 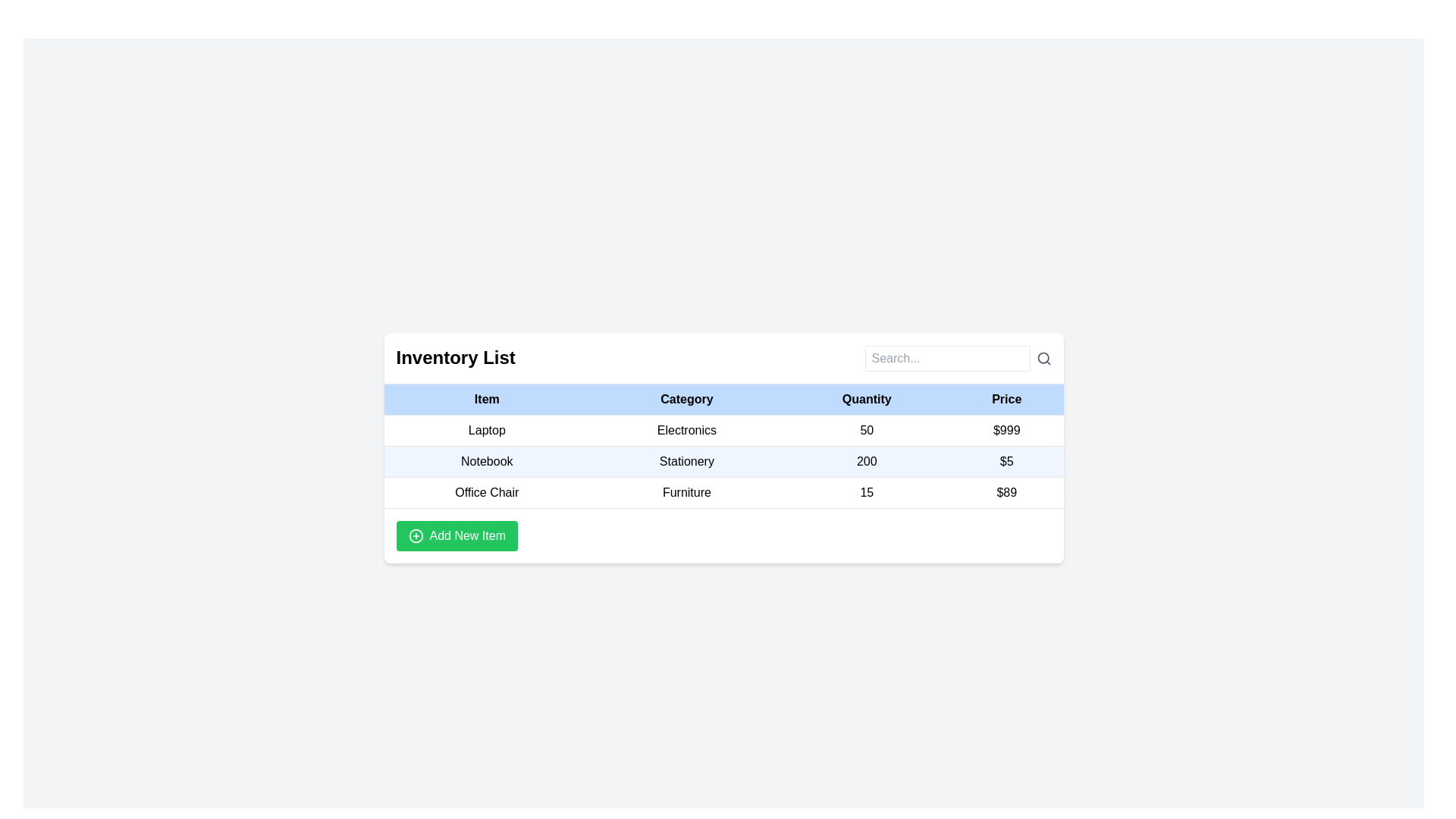 I want to click on the third row of the table displaying the item 'Office Chair', which includes its category 'Furniture', quantity '15', and price '$89', so click(x=723, y=492).